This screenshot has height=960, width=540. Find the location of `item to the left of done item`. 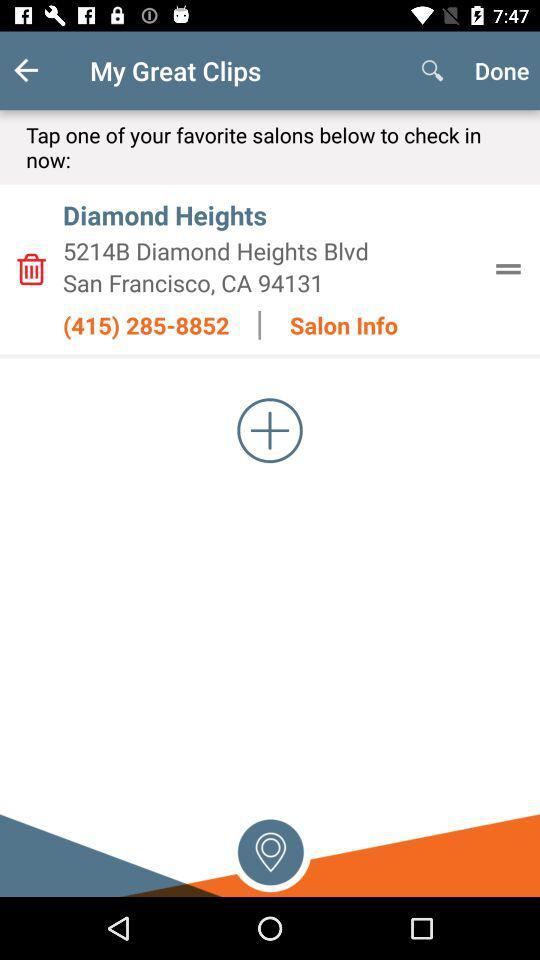

item to the left of done item is located at coordinates (431, 70).